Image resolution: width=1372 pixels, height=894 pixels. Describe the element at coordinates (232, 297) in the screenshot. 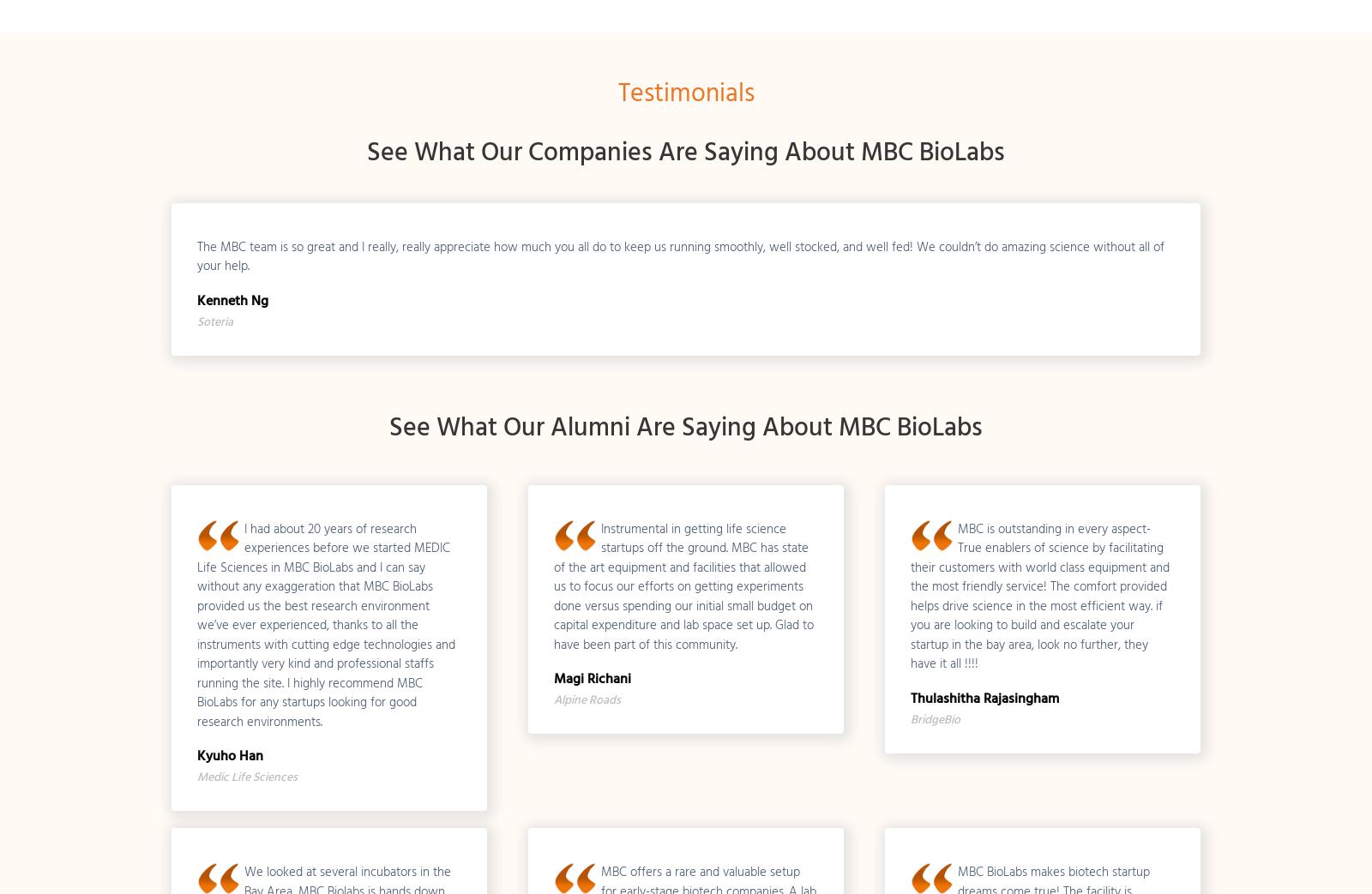

I see `'Kenneth Ng'` at that location.